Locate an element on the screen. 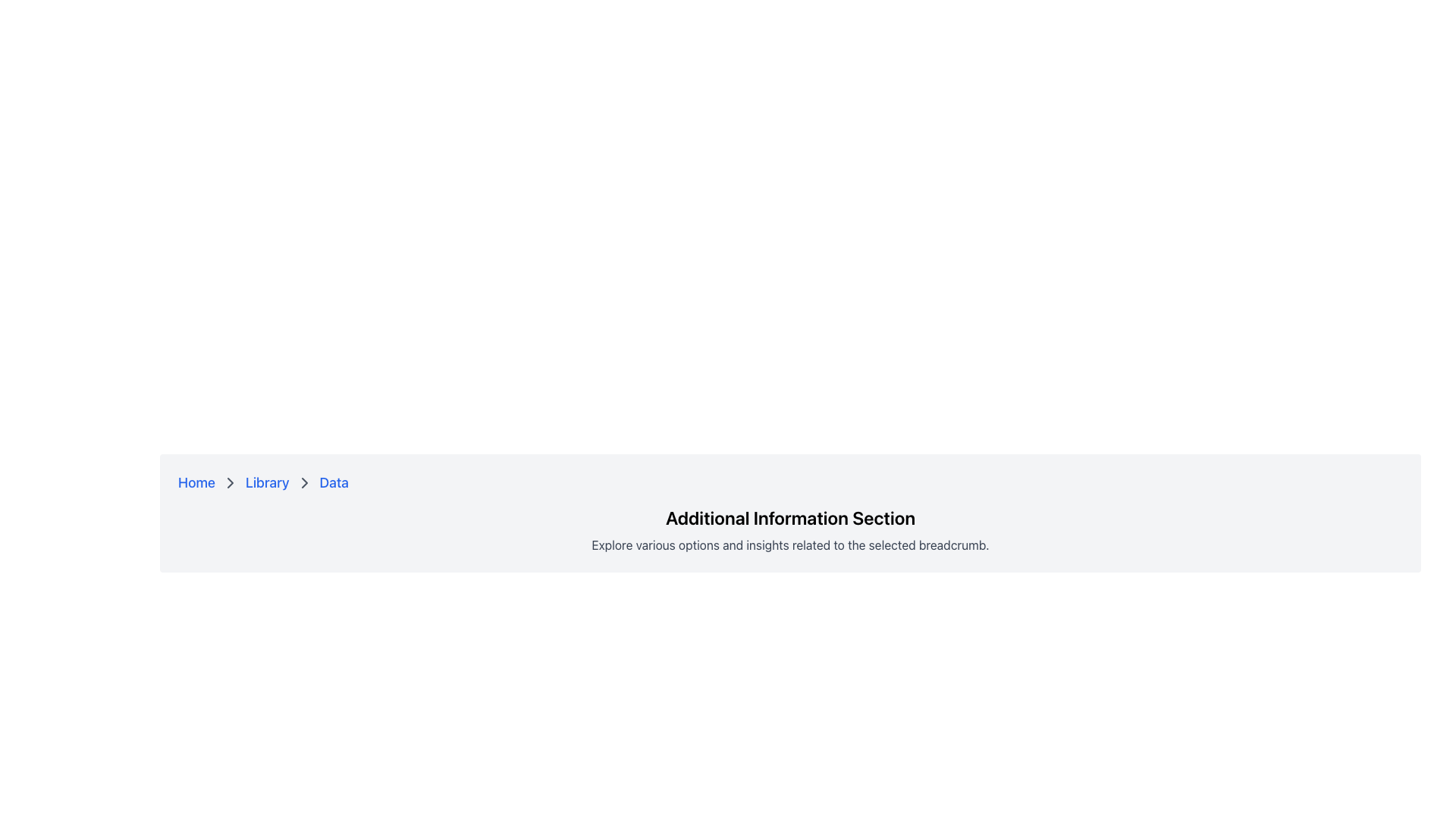  the 'Library' hyperlink in the breadcrumb navigation bar is located at coordinates (267, 482).